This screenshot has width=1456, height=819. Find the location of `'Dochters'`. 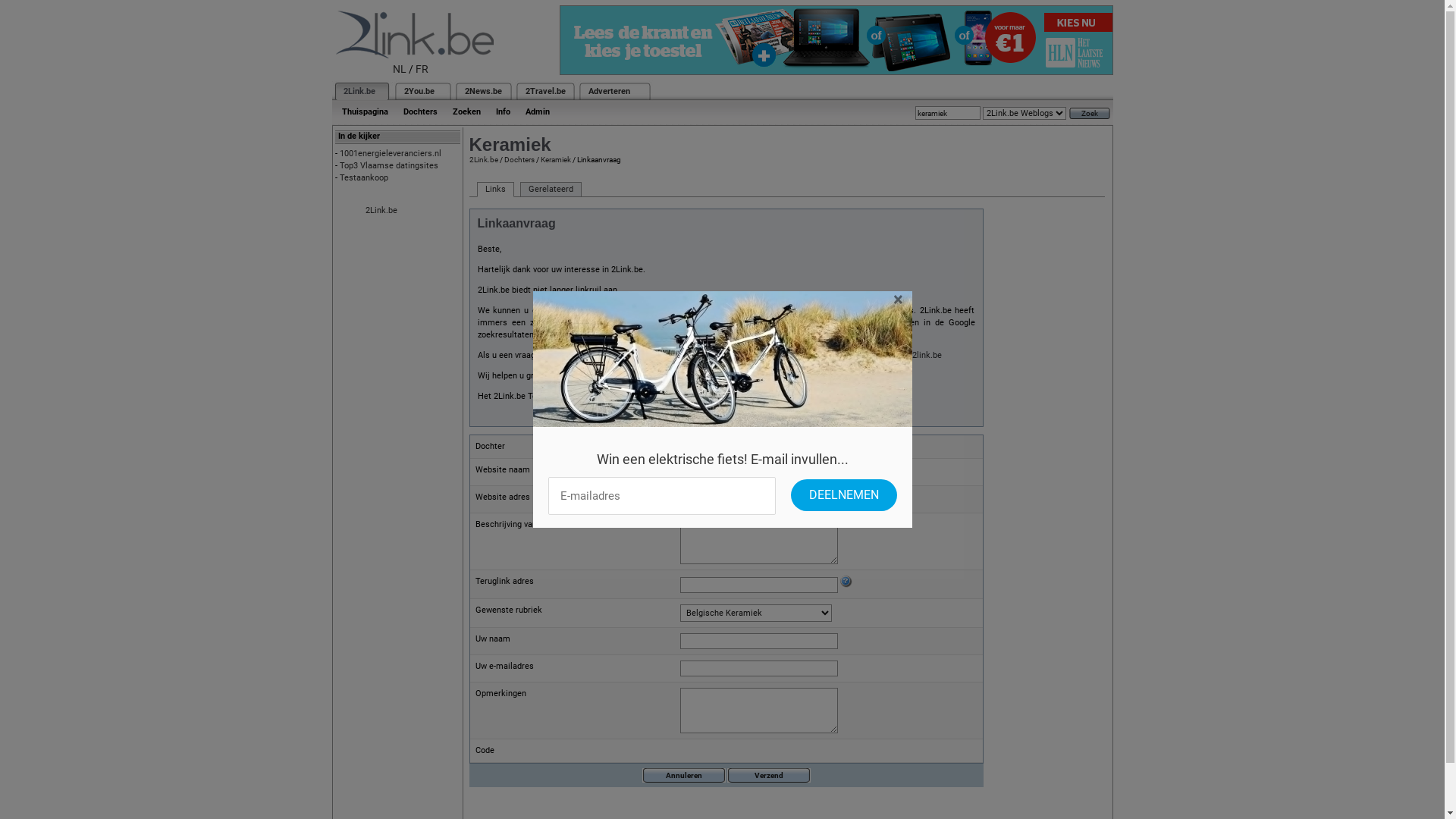

'Dochters' is located at coordinates (518, 159).